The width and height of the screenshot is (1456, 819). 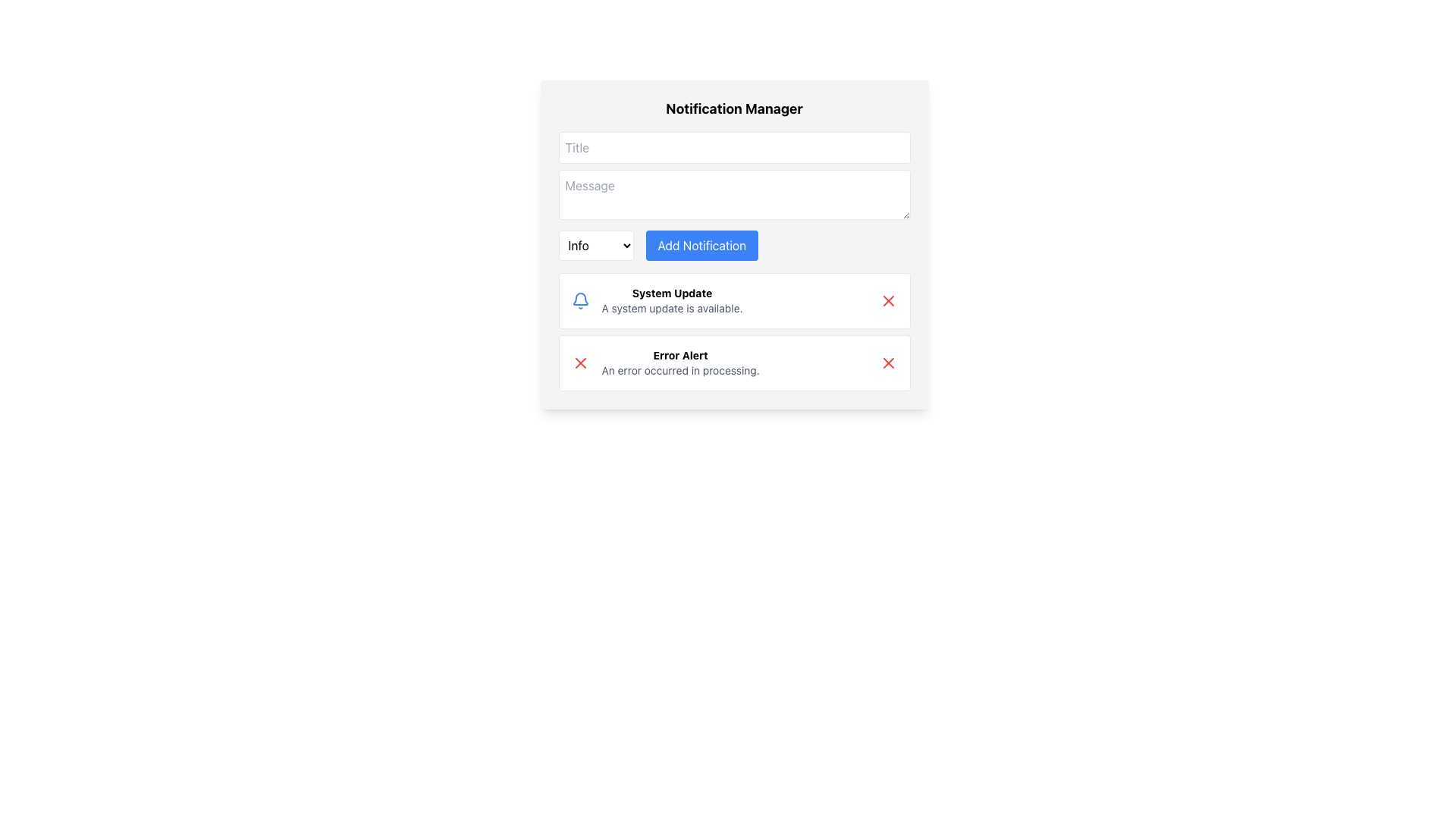 What do you see at coordinates (579, 362) in the screenshot?
I see `the dismiss button for the 'Error Alert' notification to observe any potential hover effects` at bounding box center [579, 362].